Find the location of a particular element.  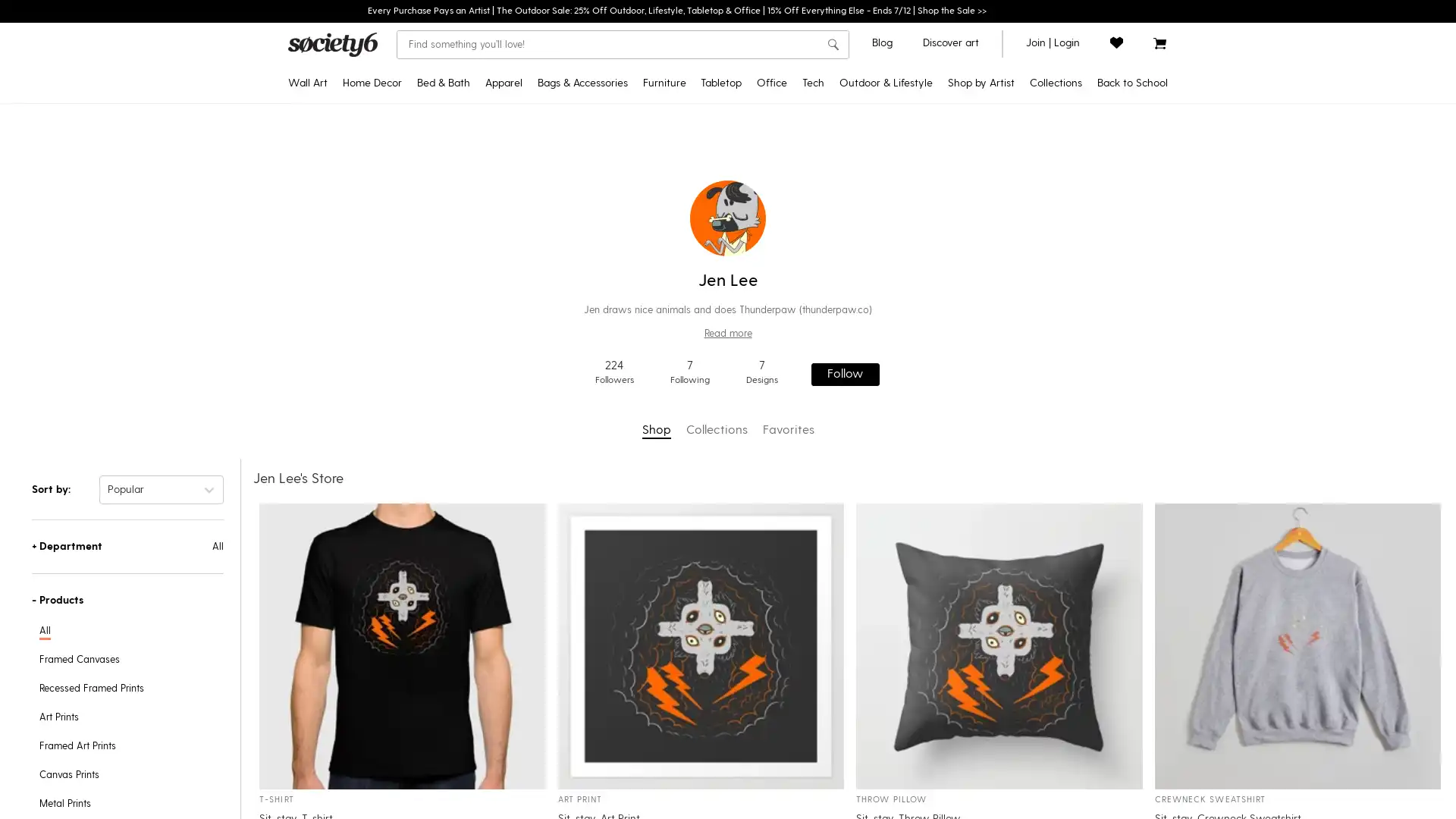

Laptop Stickers is located at coordinates (809, 366).